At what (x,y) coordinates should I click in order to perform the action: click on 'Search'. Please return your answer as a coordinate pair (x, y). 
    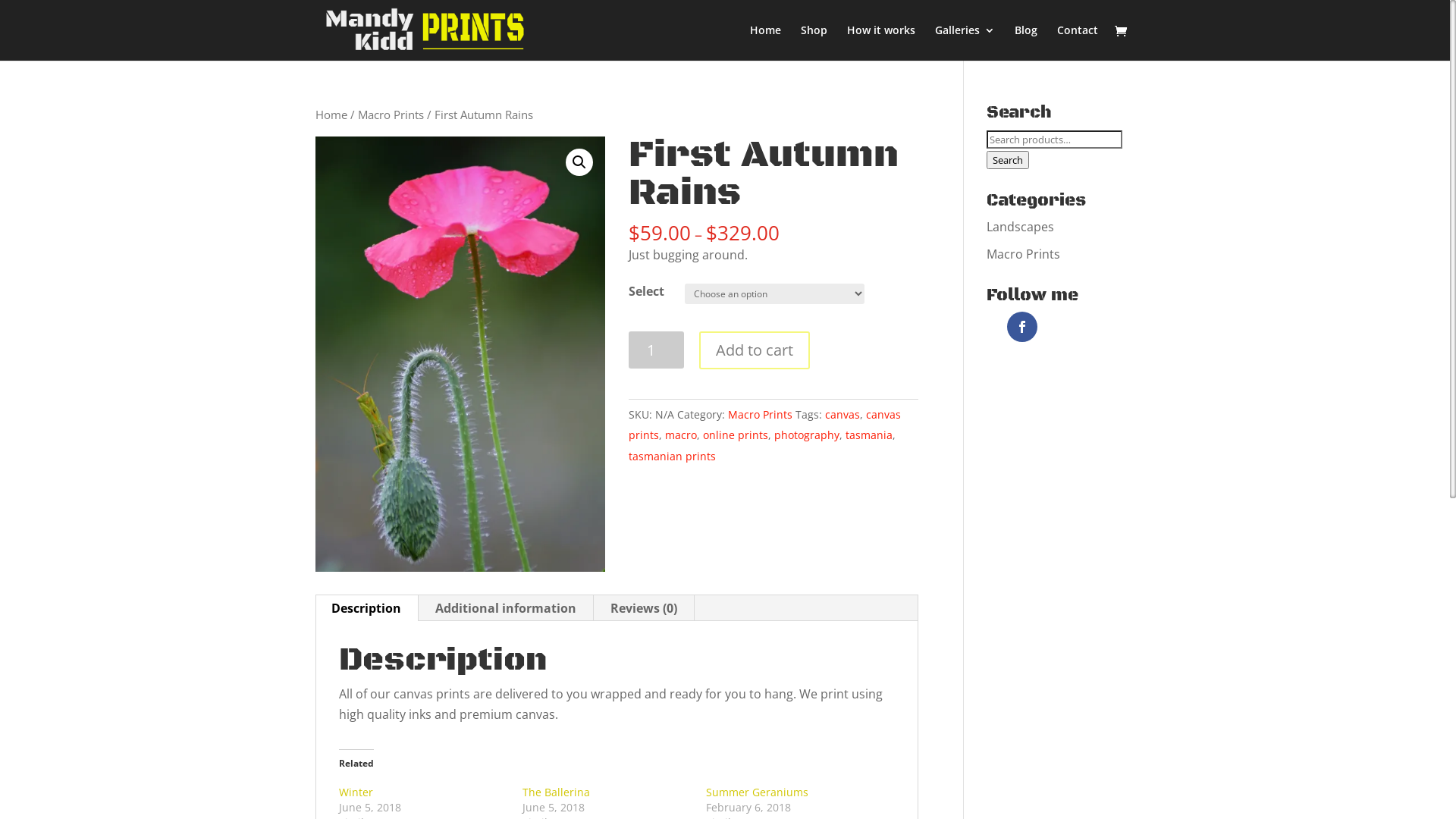
    Looking at the image, I should click on (1008, 160).